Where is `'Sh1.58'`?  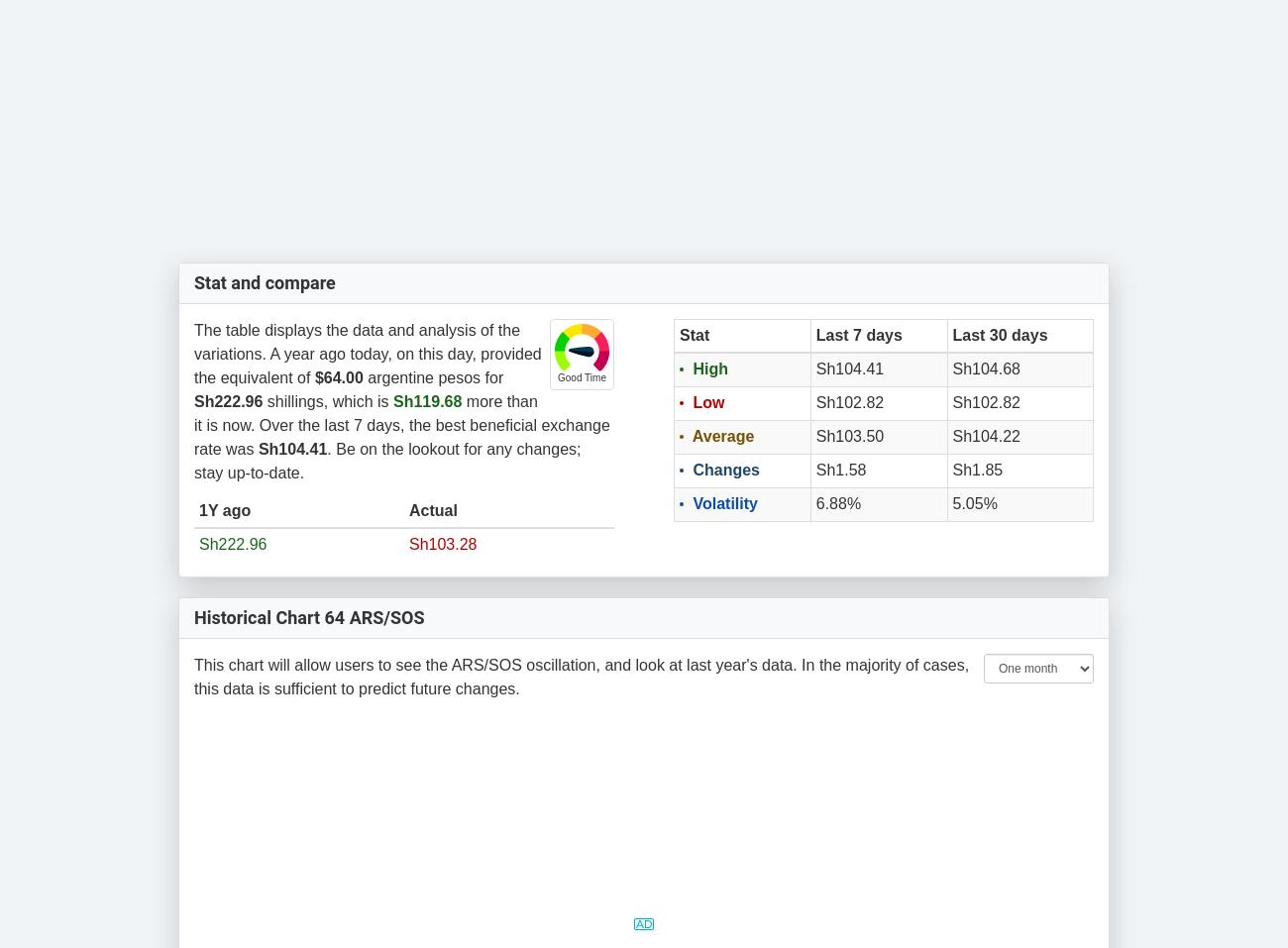
'Sh1.58' is located at coordinates (840, 468).